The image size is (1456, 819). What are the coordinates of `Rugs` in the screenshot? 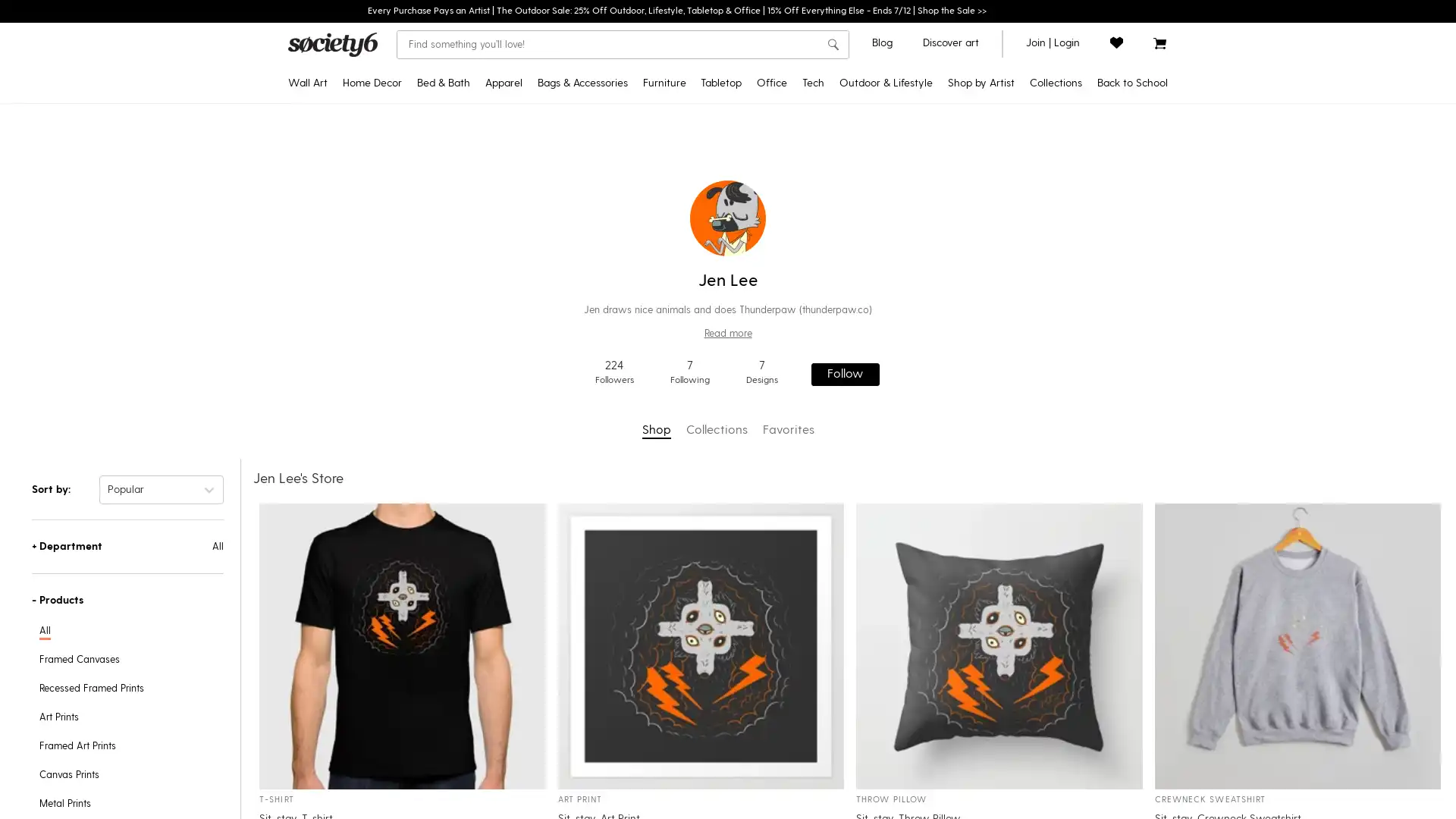 It's located at (400, 315).